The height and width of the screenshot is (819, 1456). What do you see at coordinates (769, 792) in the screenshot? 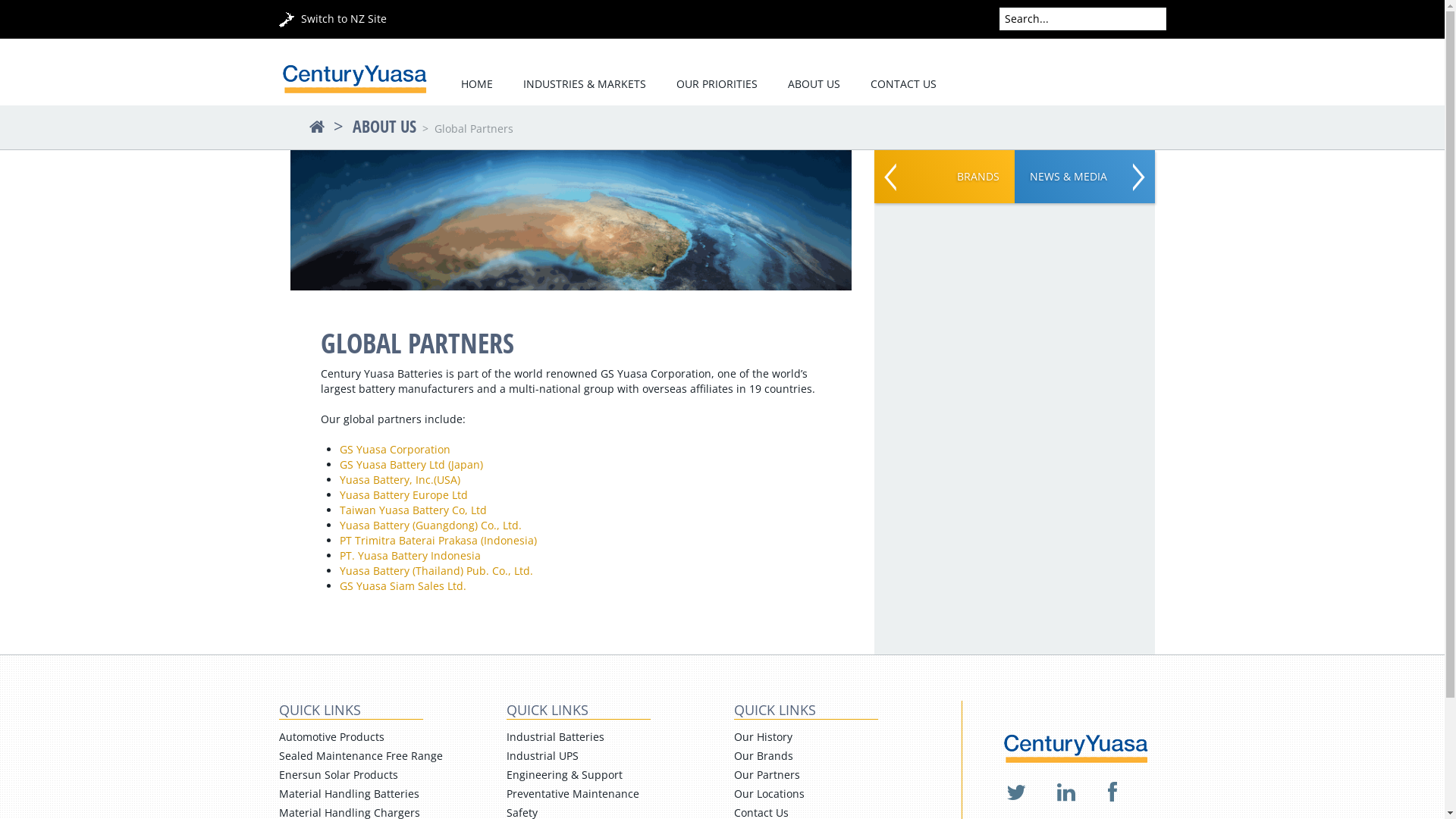
I see `'Our Locations'` at bounding box center [769, 792].